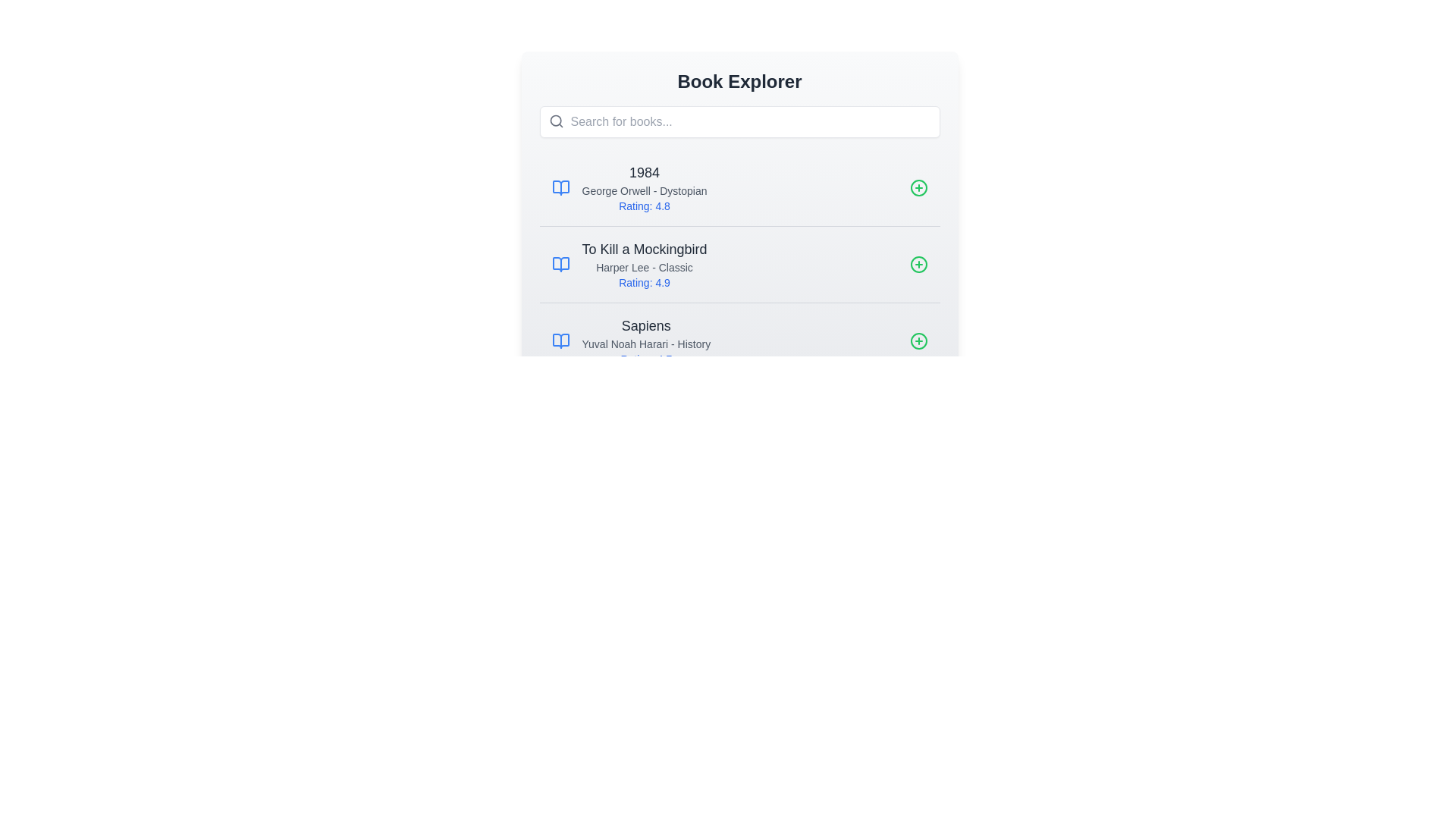 This screenshot has height=819, width=1456. Describe the element at coordinates (560, 341) in the screenshot. I see `the open book icon representing the book 'Sapiens', located on the left side of the text 'SapiensYuval Noah Harari - HistoryRating: 4.7'` at that location.